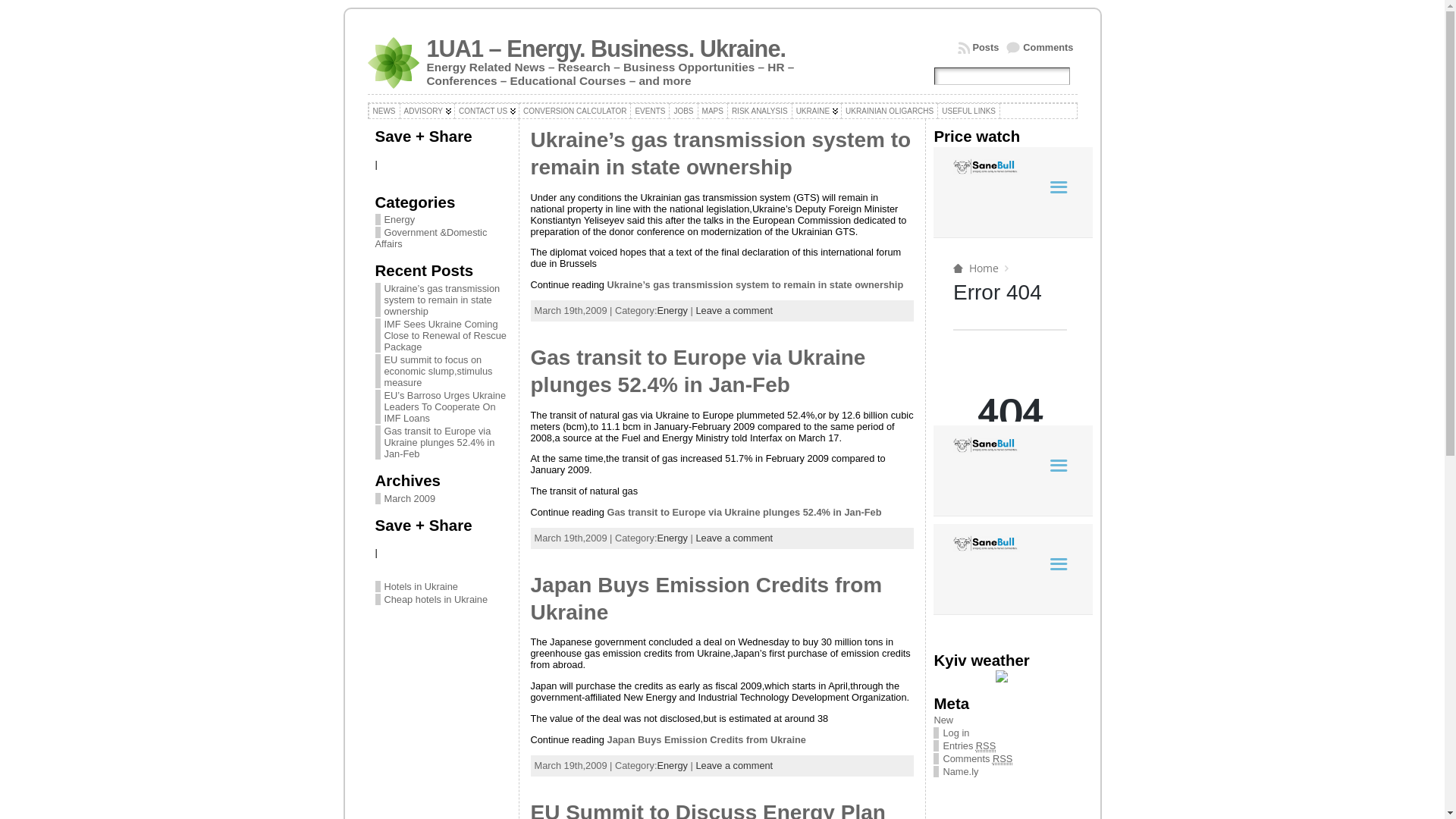 This screenshot has width=1456, height=819. Describe the element at coordinates (942, 759) in the screenshot. I see `'Comments RSS'` at that location.